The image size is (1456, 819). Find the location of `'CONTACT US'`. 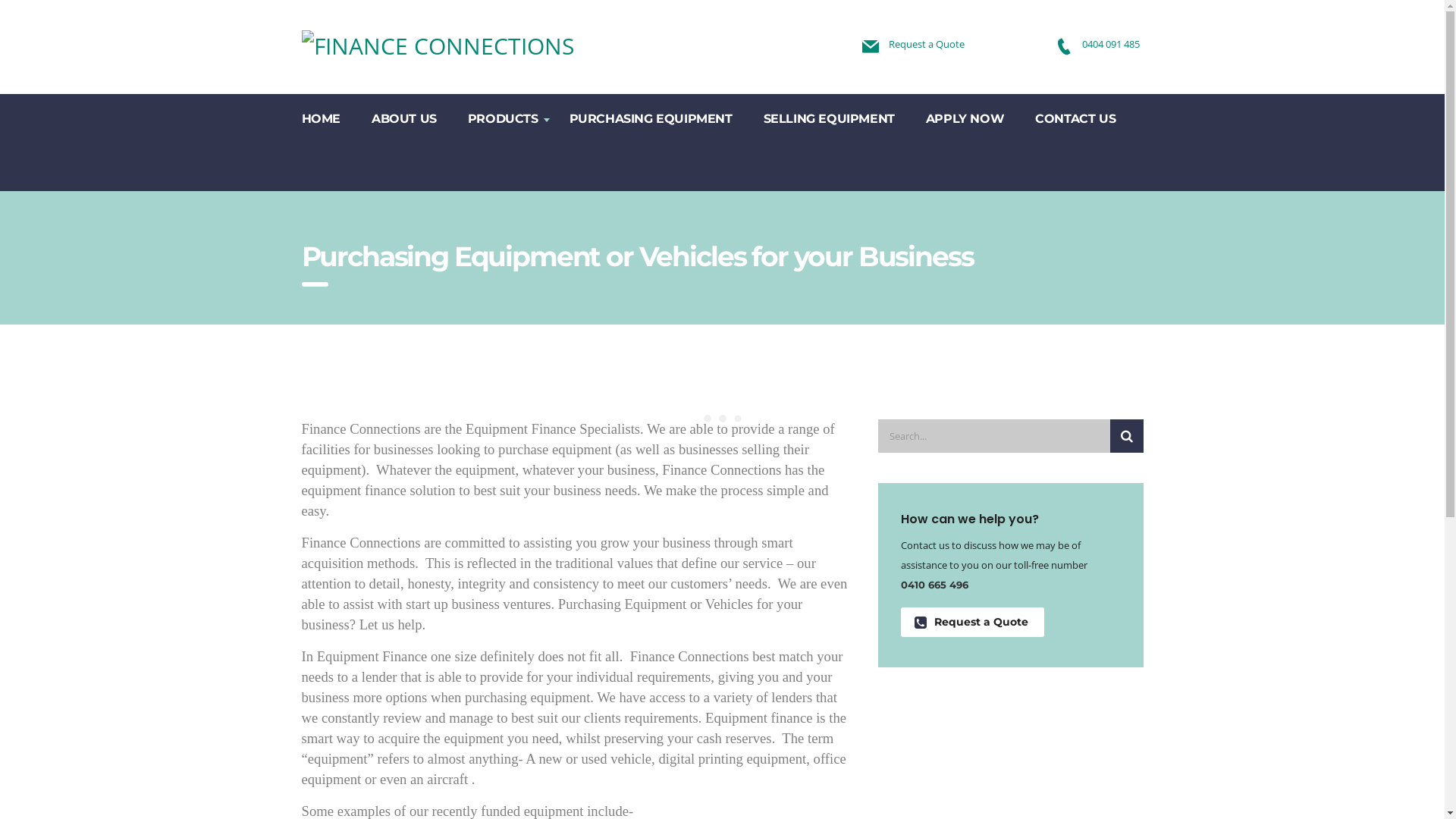

'CONTACT US' is located at coordinates (1075, 117).